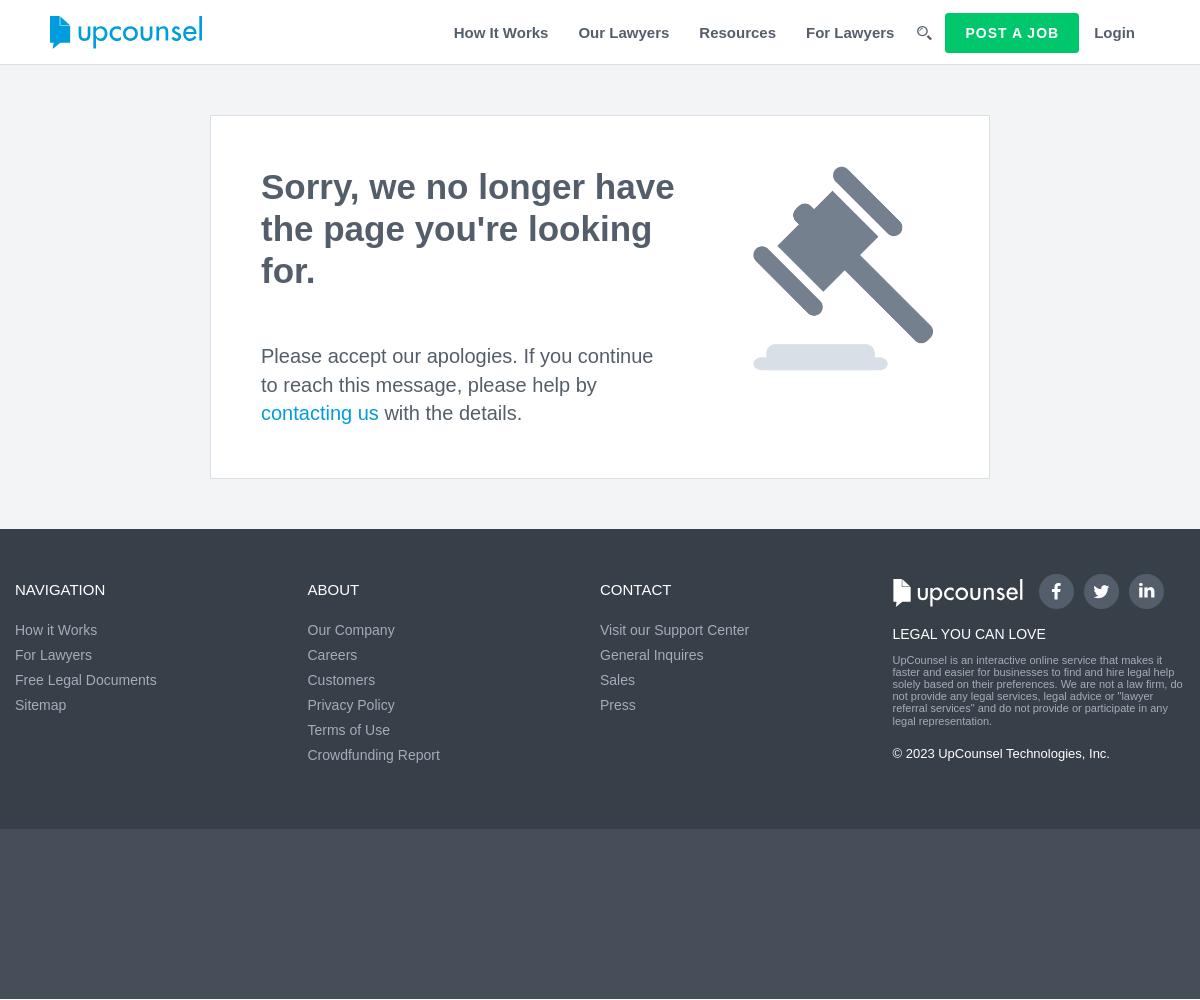 The width and height of the screenshot is (1200, 1000). I want to click on 'Privacy Policy', so click(350, 704).